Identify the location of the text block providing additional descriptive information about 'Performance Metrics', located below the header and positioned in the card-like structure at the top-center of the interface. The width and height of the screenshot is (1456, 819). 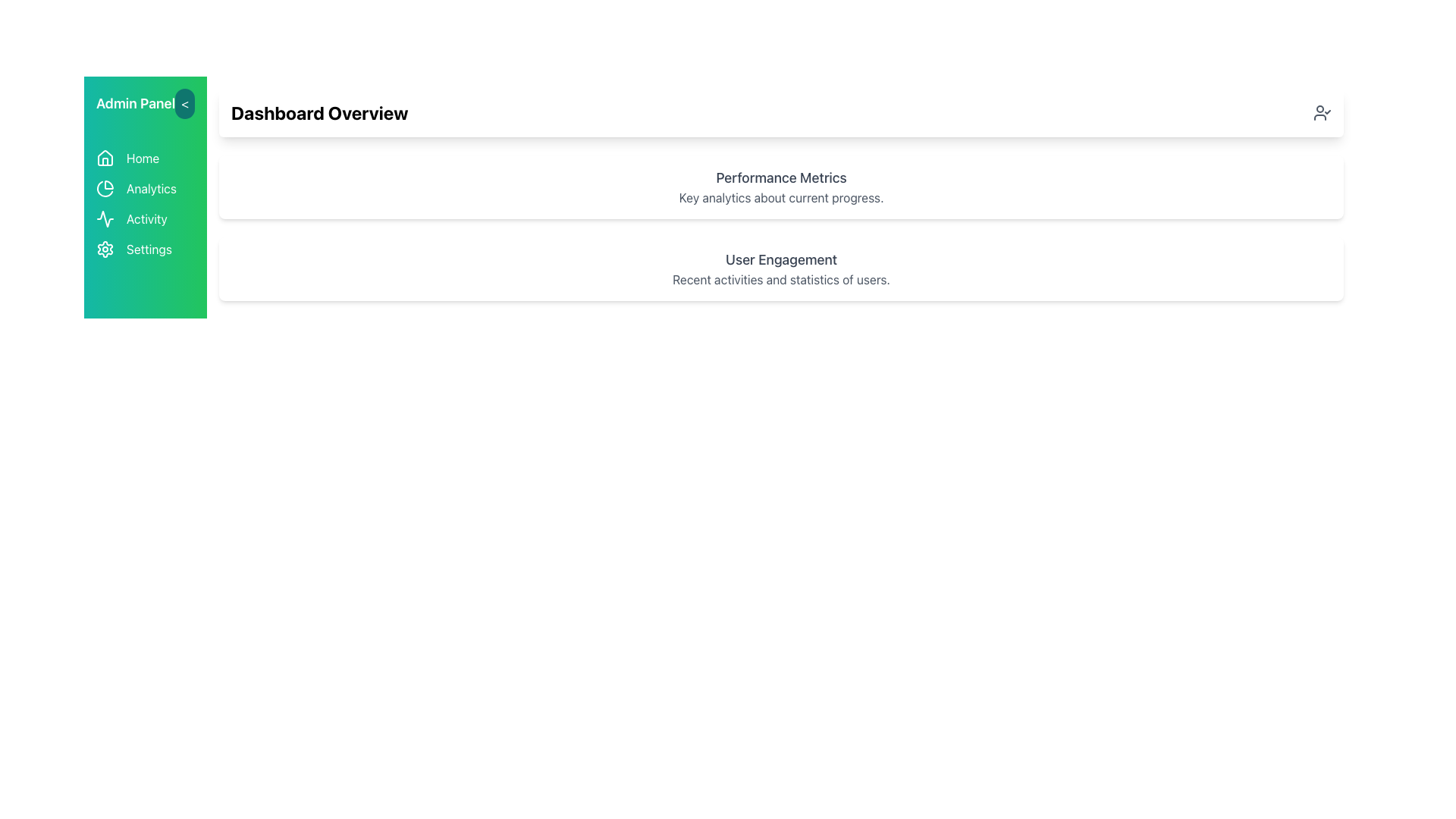
(781, 197).